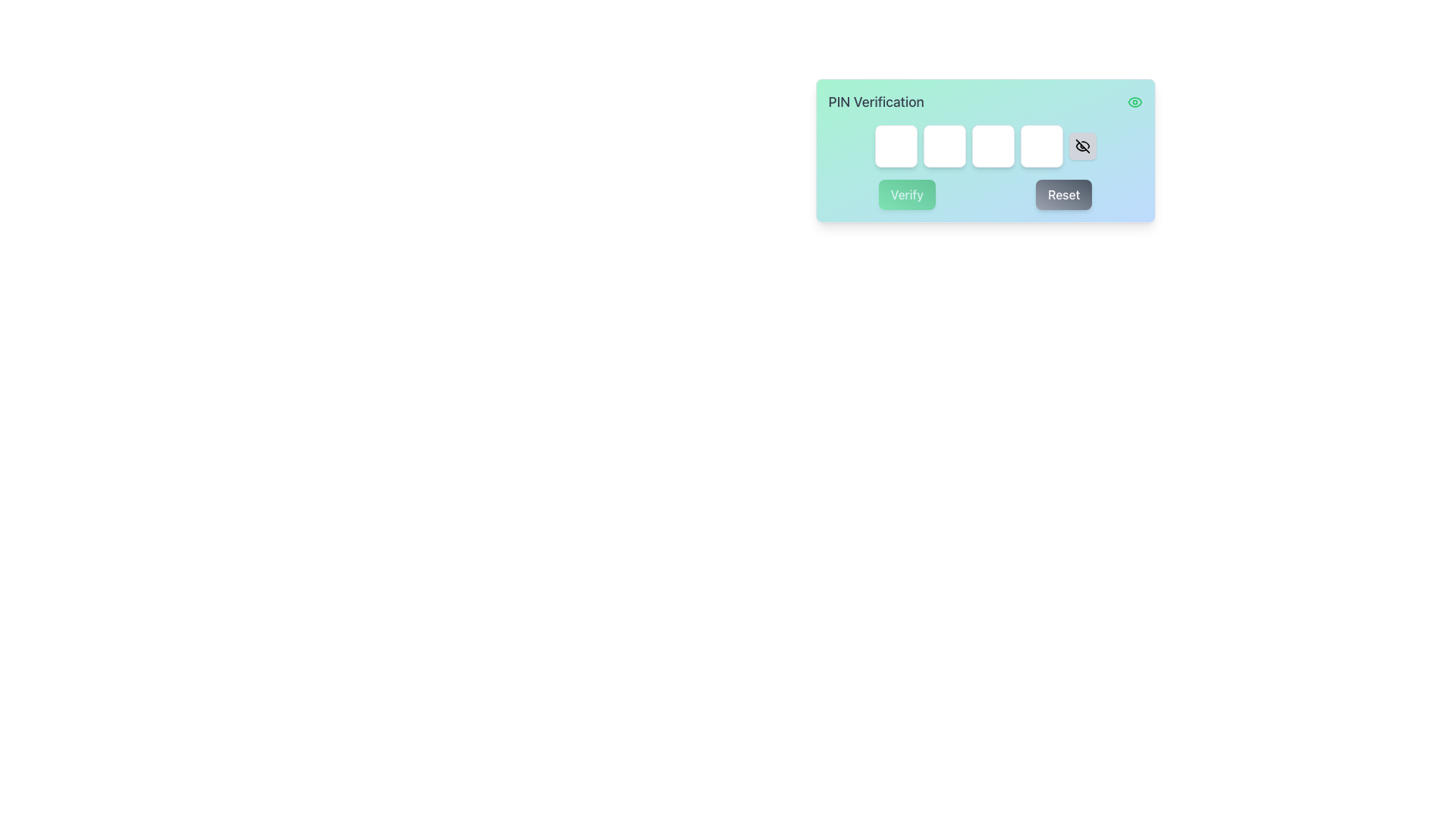  Describe the element at coordinates (907, 194) in the screenshot. I see `the 'Verify' button located at the bottom-left of the button group to validate the entered PIN` at that location.